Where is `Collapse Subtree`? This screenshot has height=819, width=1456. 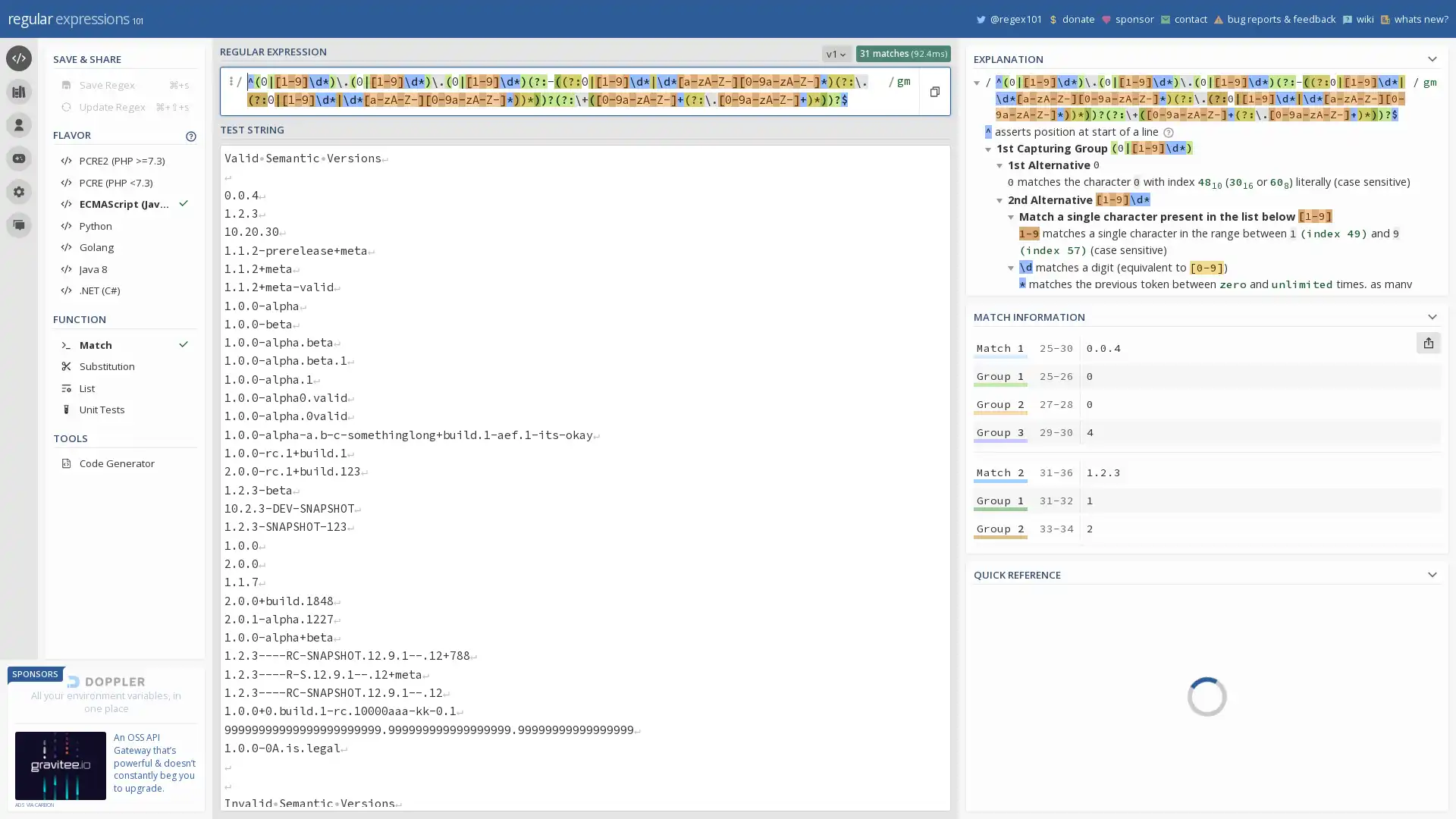
Collapse Subtree is located at coordinates (1013, 216).